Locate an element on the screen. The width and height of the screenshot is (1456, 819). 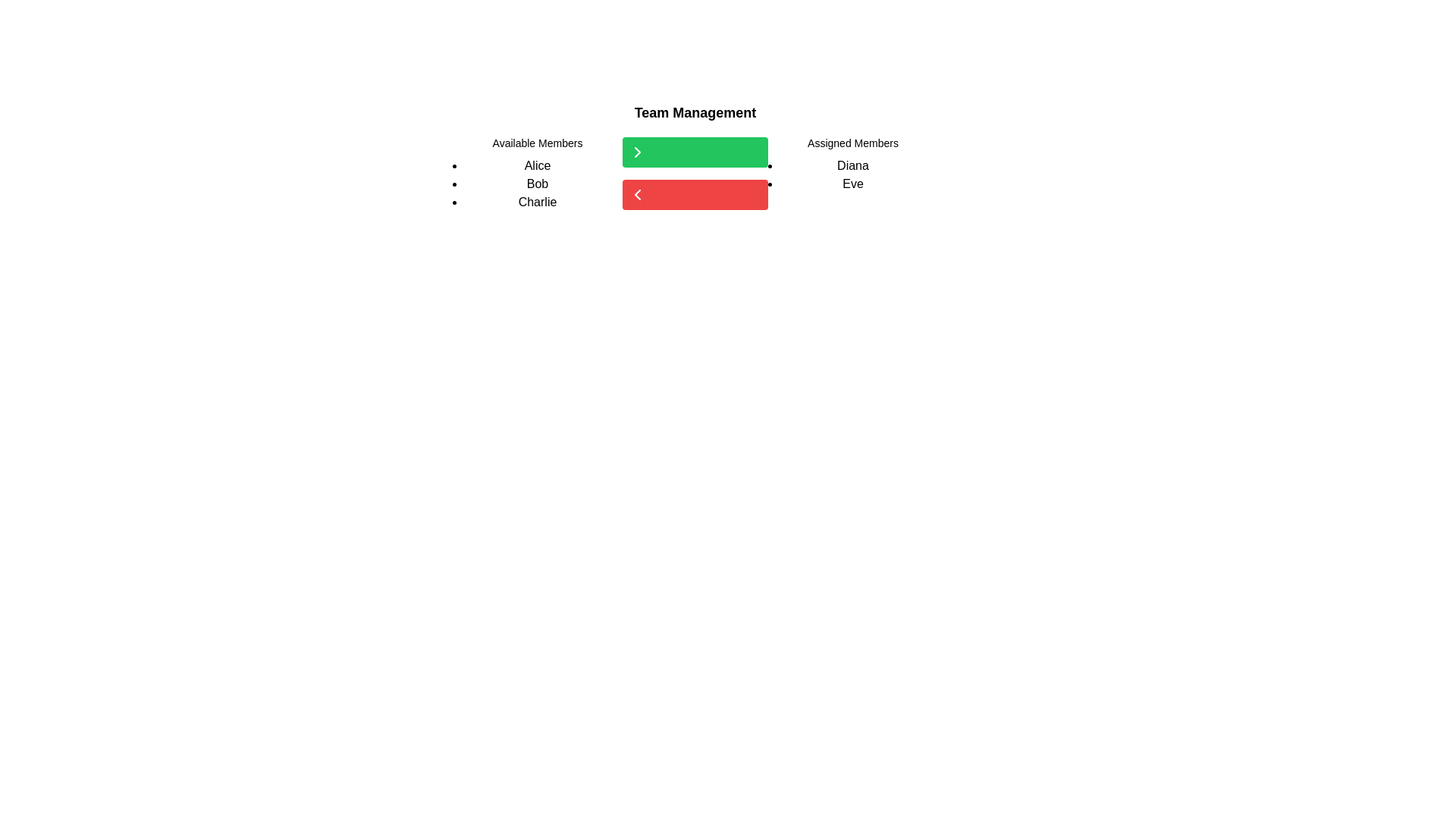
the second button with a red background and a white left-facing chevron icon is located at coordinates (694, 194).